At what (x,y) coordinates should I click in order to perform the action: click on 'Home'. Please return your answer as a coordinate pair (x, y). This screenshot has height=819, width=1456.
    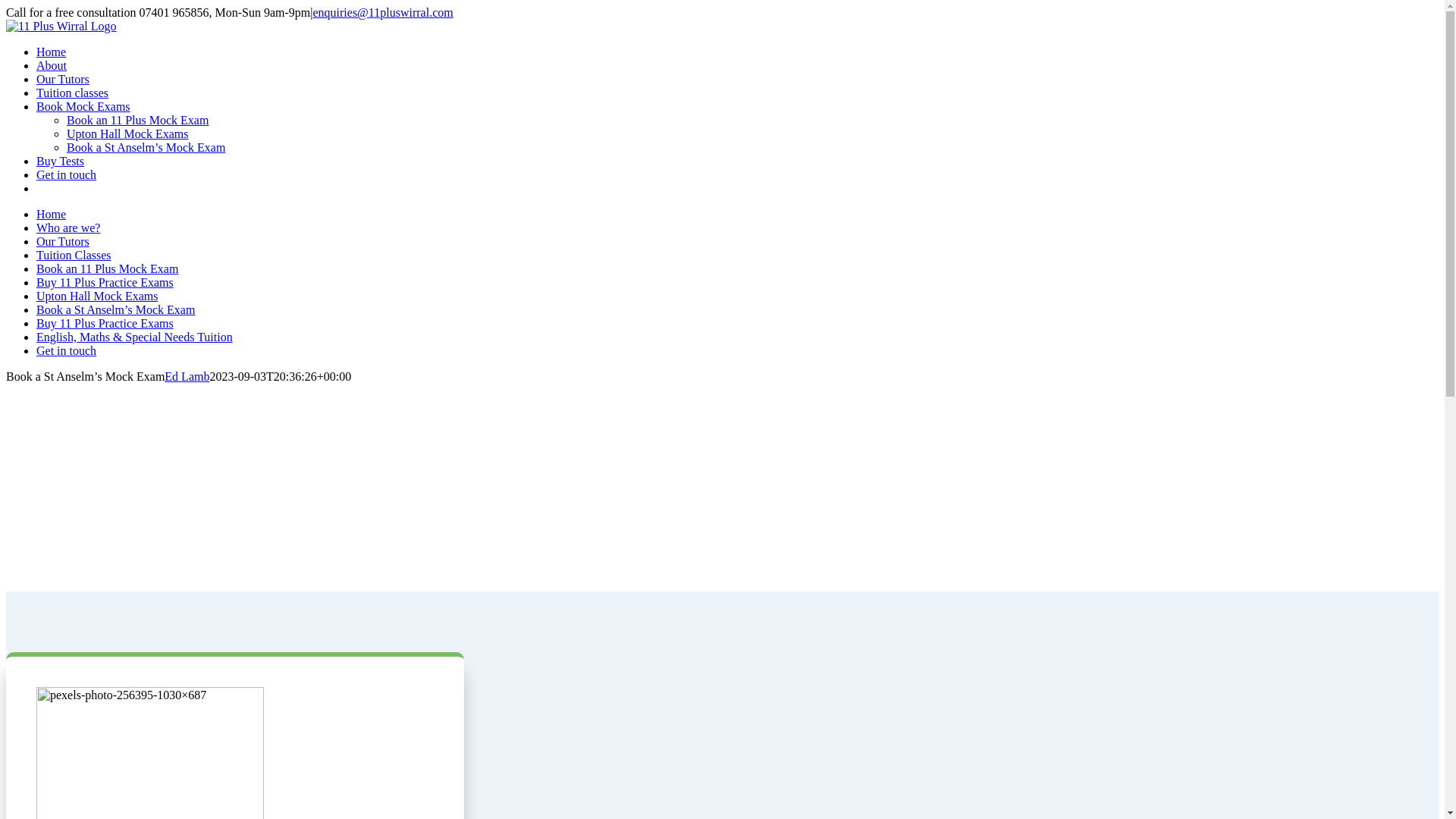
    Looking at the image, I should click on (51, 51).